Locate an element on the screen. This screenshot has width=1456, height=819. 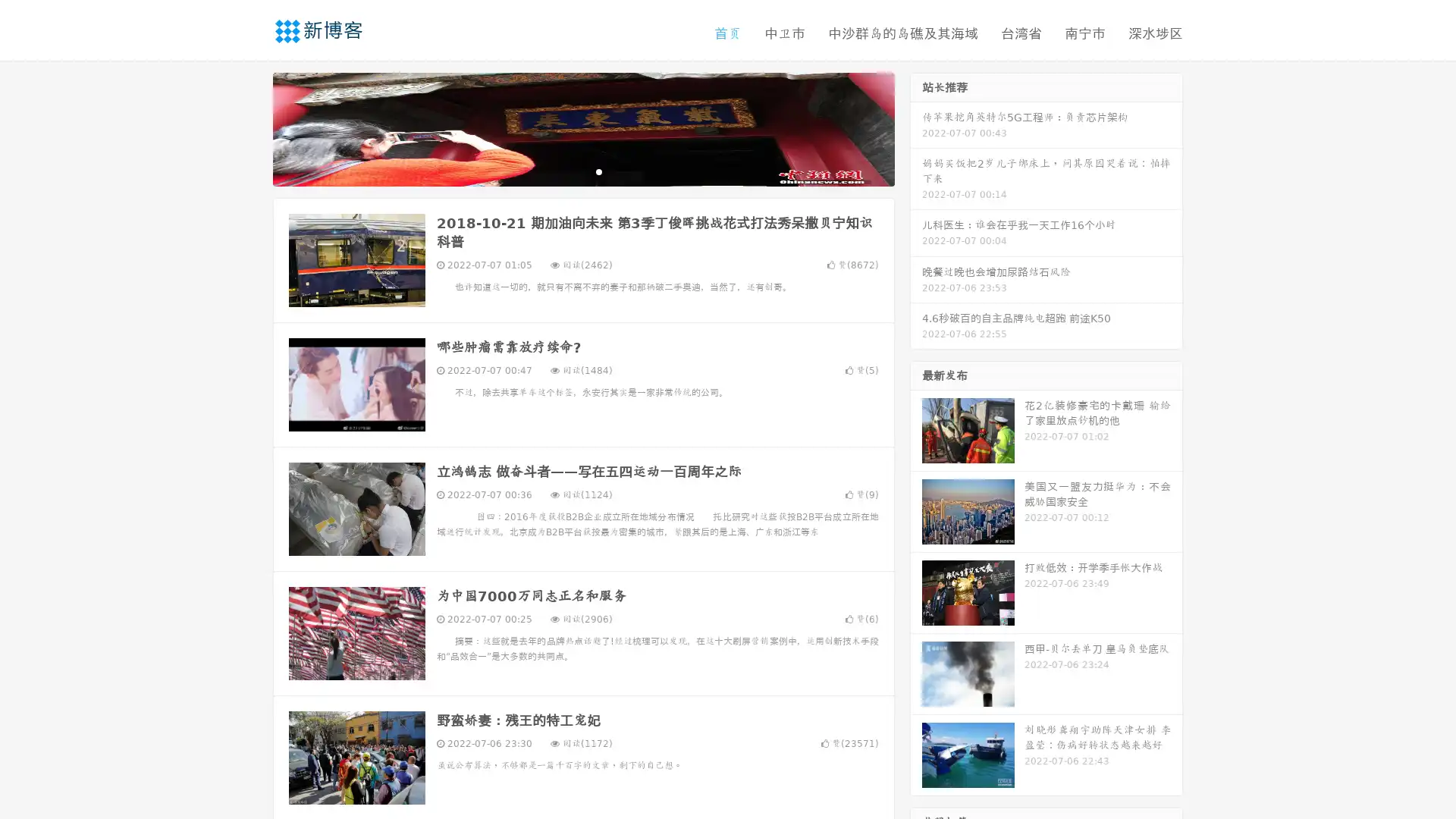
Previous slide is located at coordinates (250, 127).